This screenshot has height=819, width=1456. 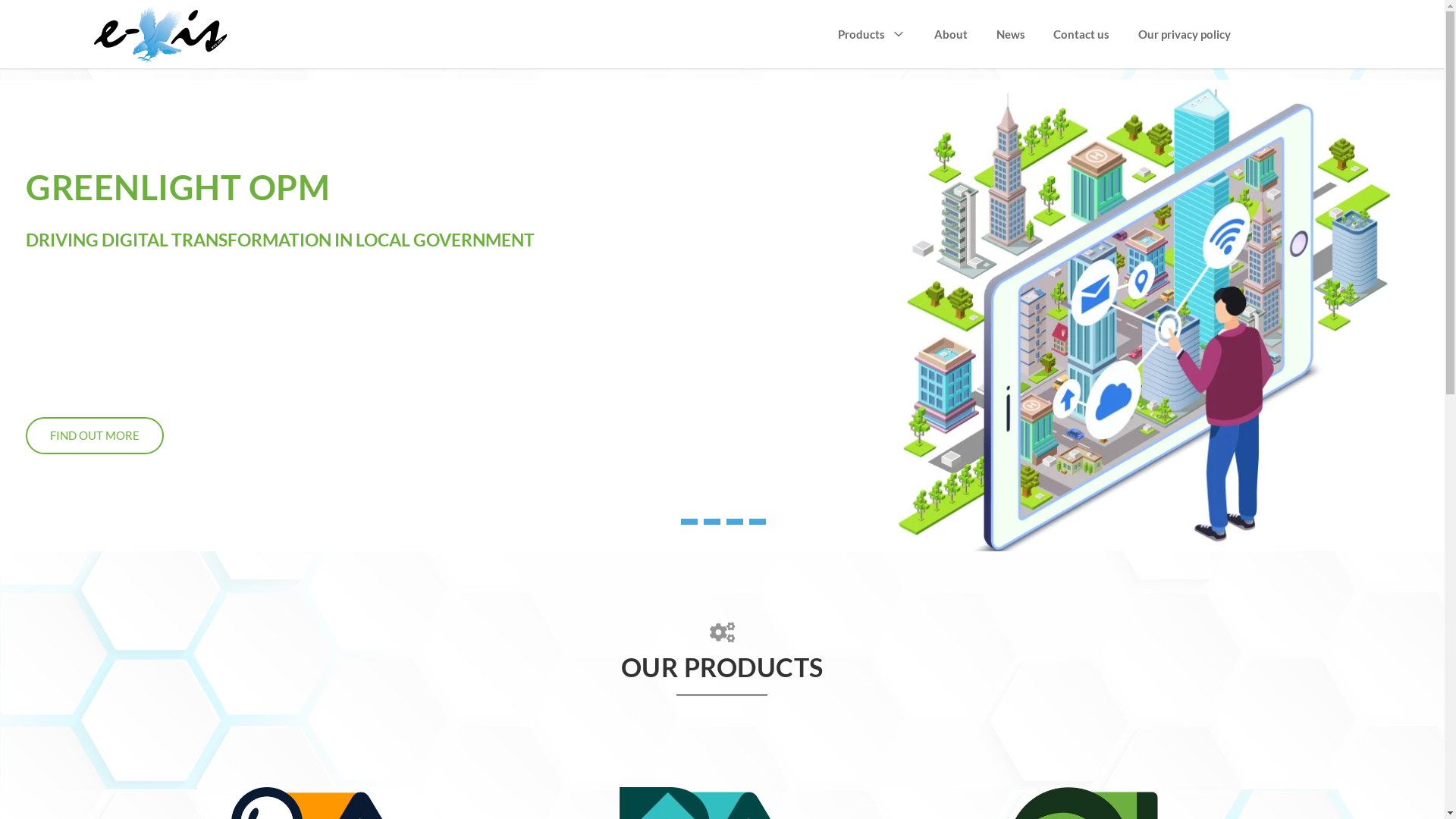 I want to click on 'FIND OUT MORE', so click(x=93, y=435).